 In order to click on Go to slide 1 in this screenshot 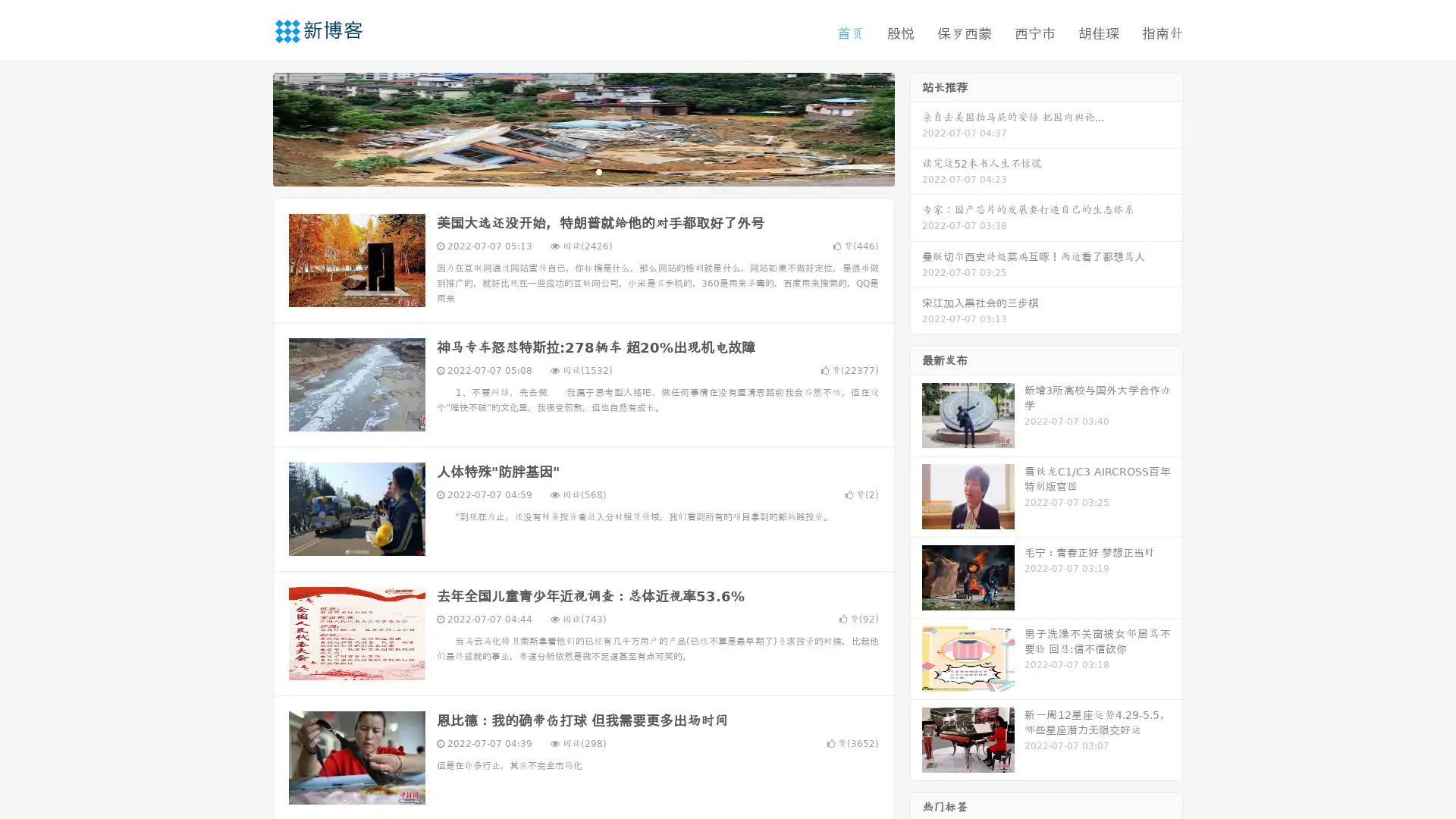, I will do `click(567, 171)`.